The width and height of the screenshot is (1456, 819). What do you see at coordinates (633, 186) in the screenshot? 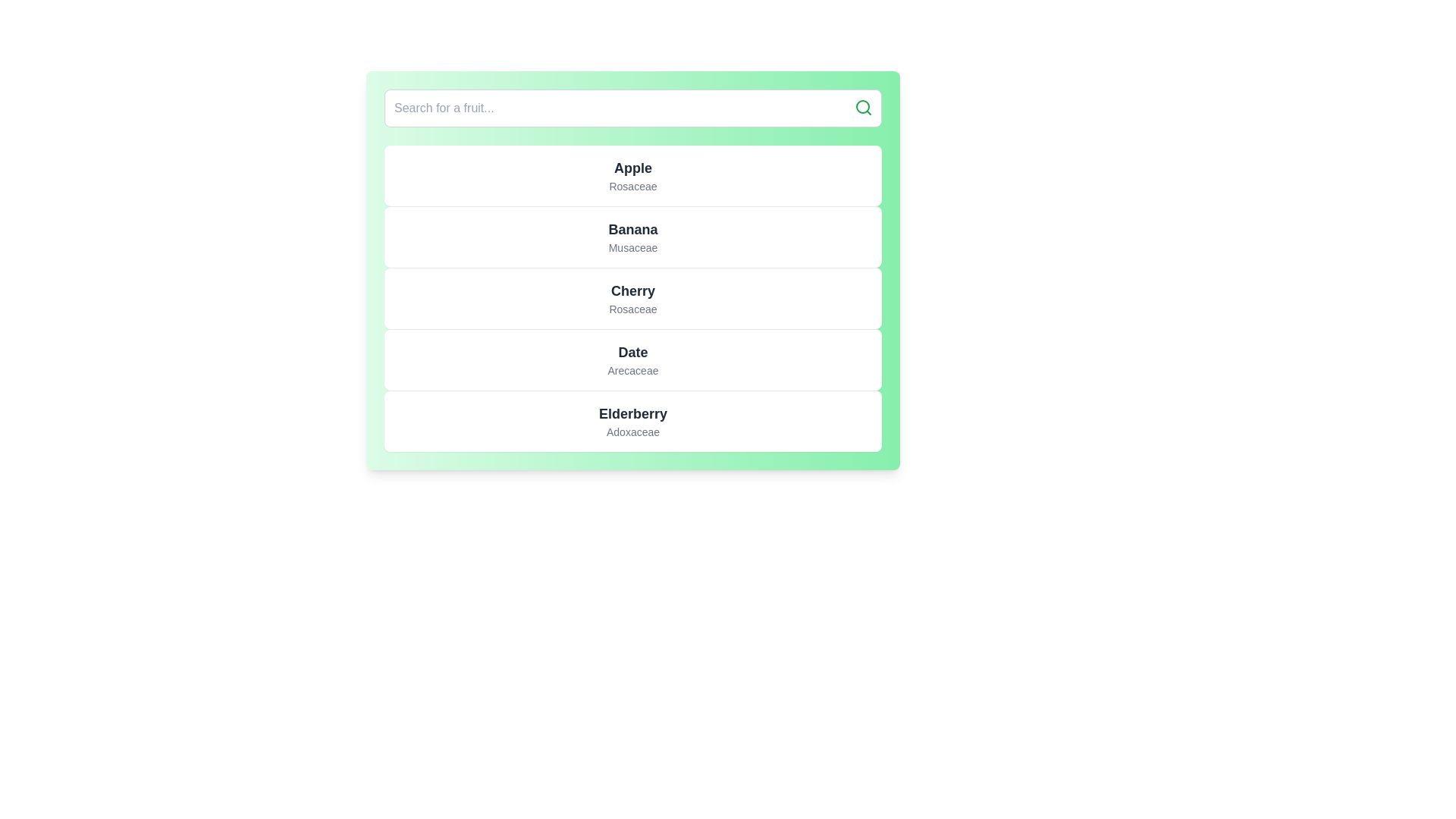
I see `the Text label displaying the scientific family name 'Rosaceae' for the item 'Apple', located directly below the 'Apple' text within the card` at bounding box center [633, 186].